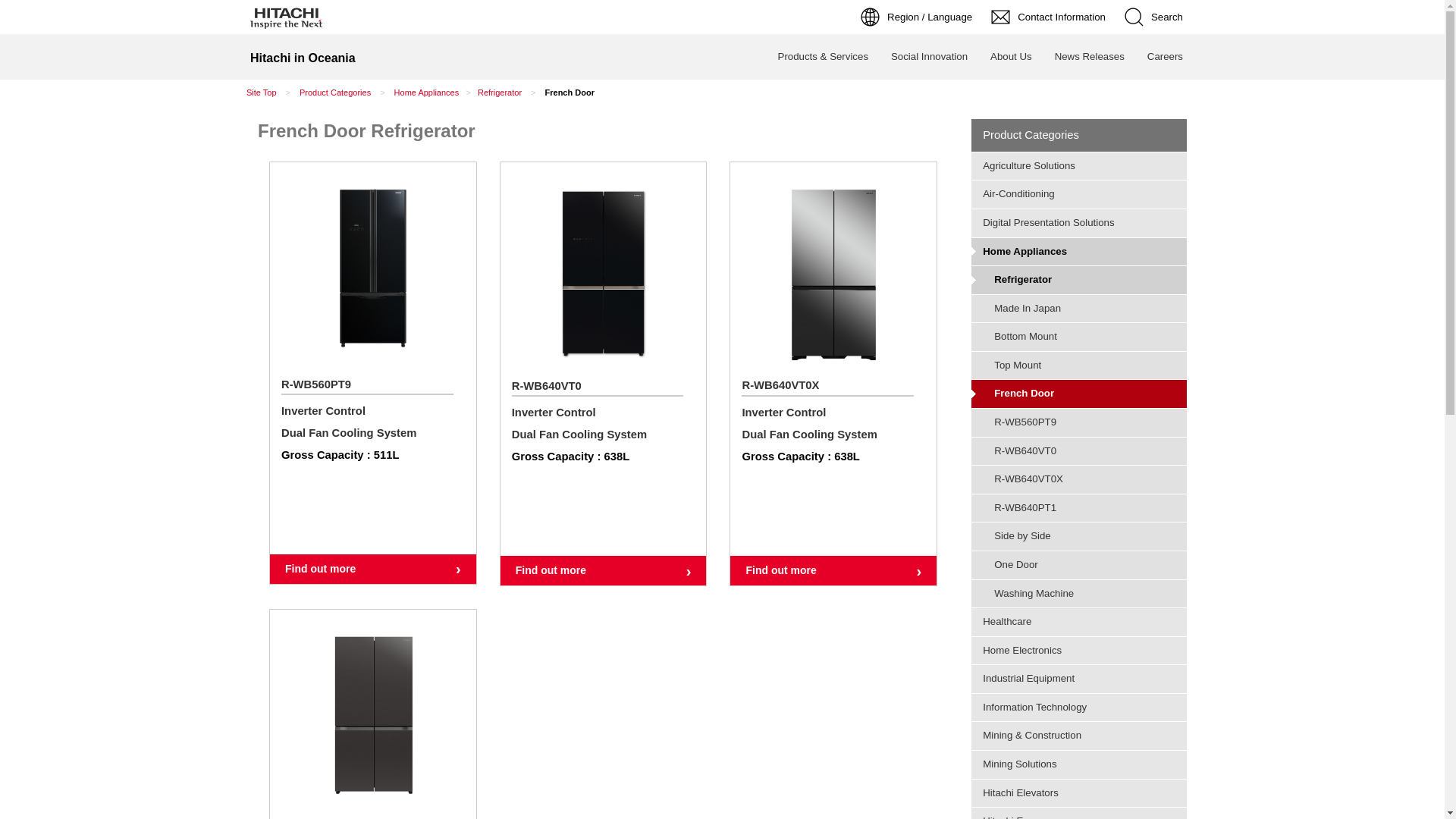 This screenshot has height=819, width=1456. I want to click on 'Top Mount', so click(1078, 366).